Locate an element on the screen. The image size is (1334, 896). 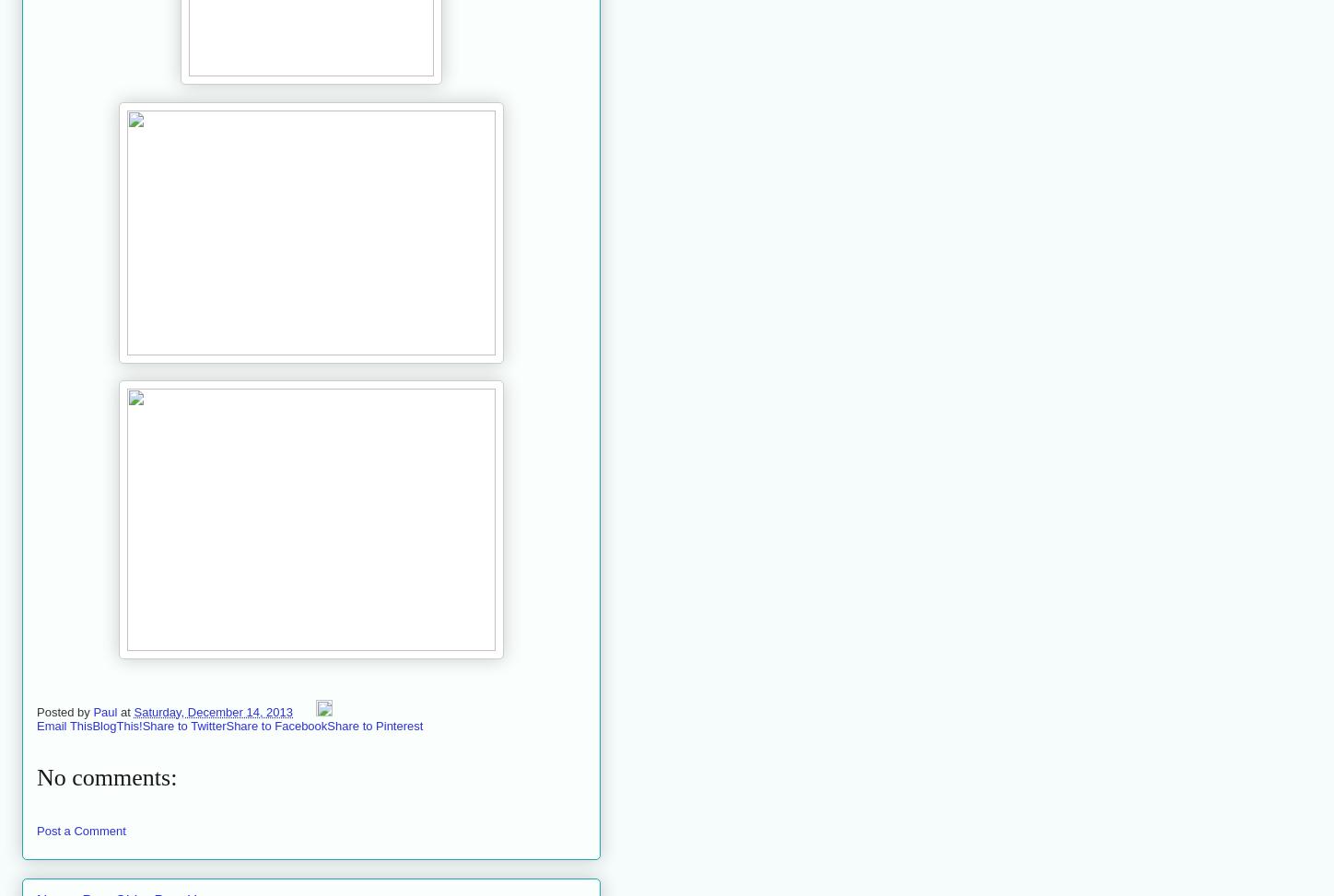
'Post a Comment' is located at coordinates (81, 830).